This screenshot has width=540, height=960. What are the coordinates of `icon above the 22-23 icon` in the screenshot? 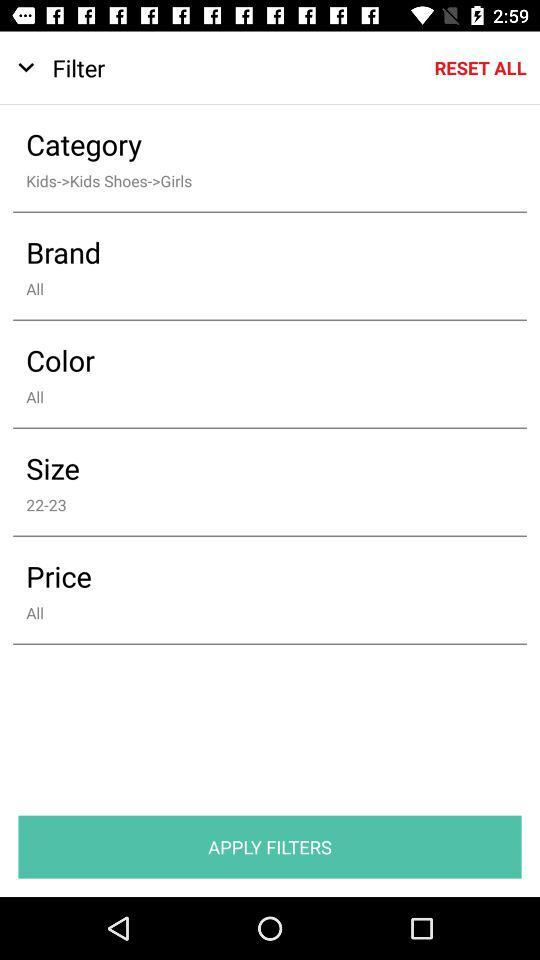 It's located at (256, 468).